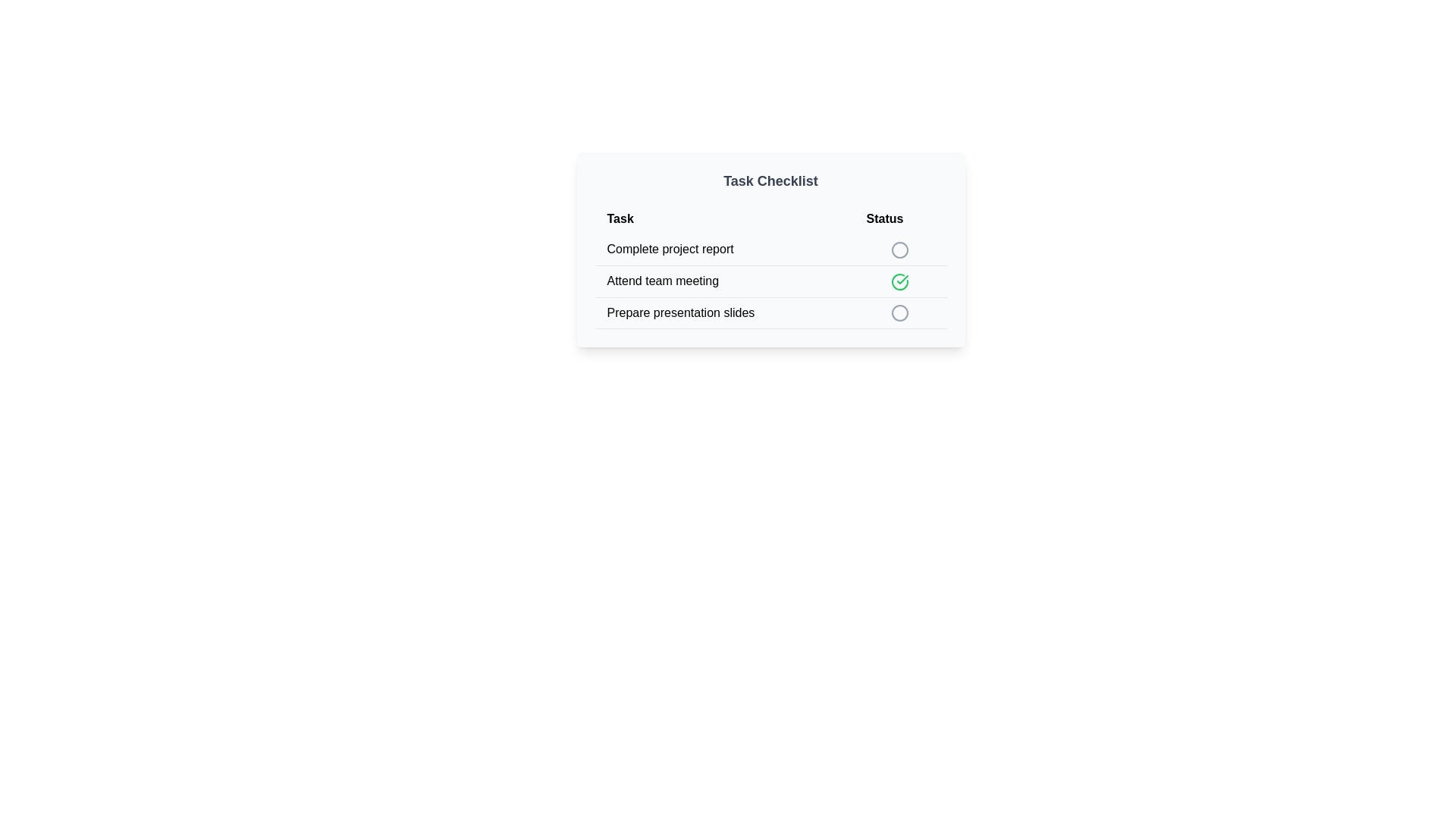  Describe the element at coordinates (900, 312) in the screenshot. I see `the circular gray outlined icon in the 'Status' column next to 'Prepare presentation slides' in the checklist interface` at that location.